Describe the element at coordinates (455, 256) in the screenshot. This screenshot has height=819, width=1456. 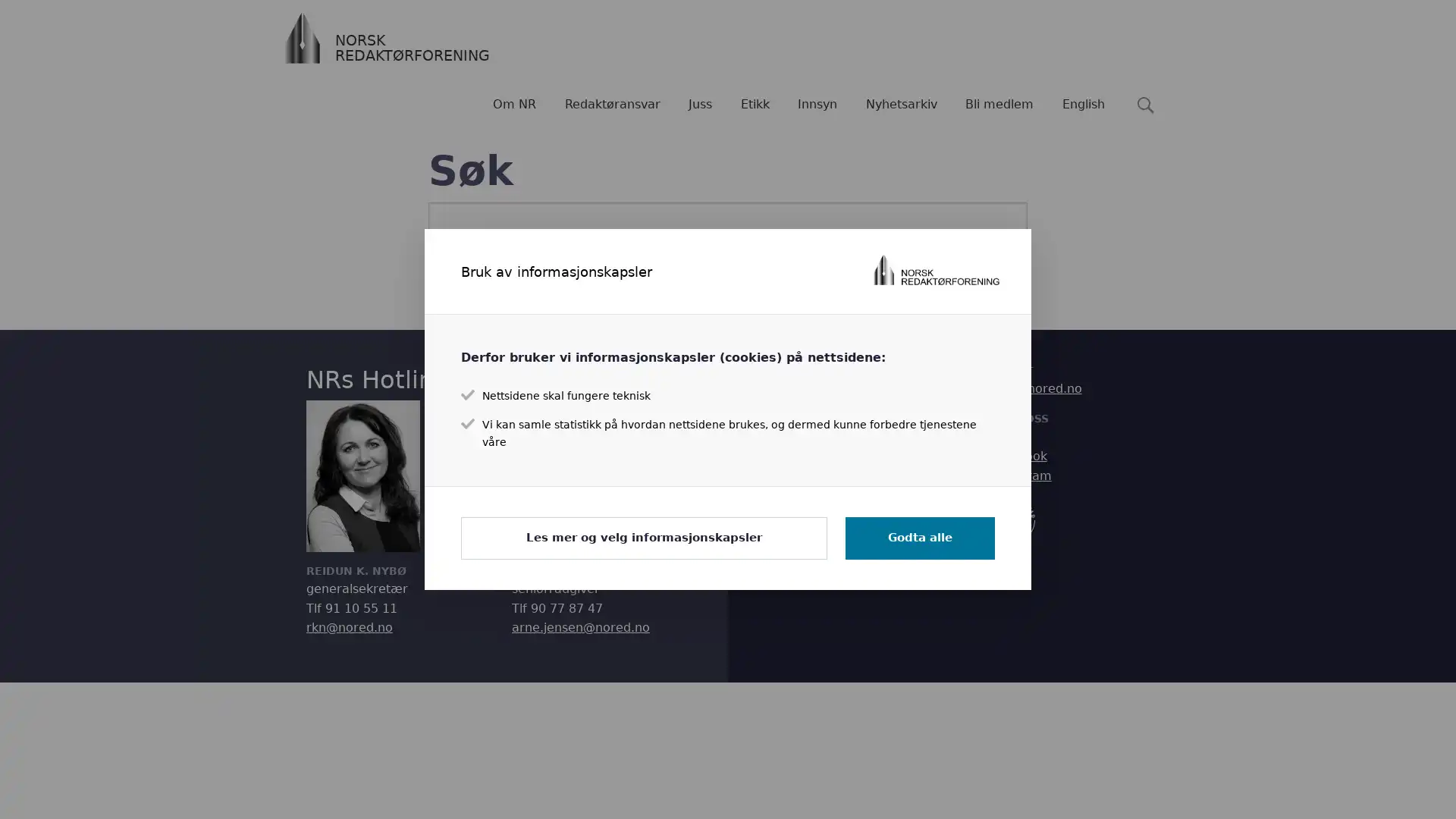
I see `Sk` at that location.